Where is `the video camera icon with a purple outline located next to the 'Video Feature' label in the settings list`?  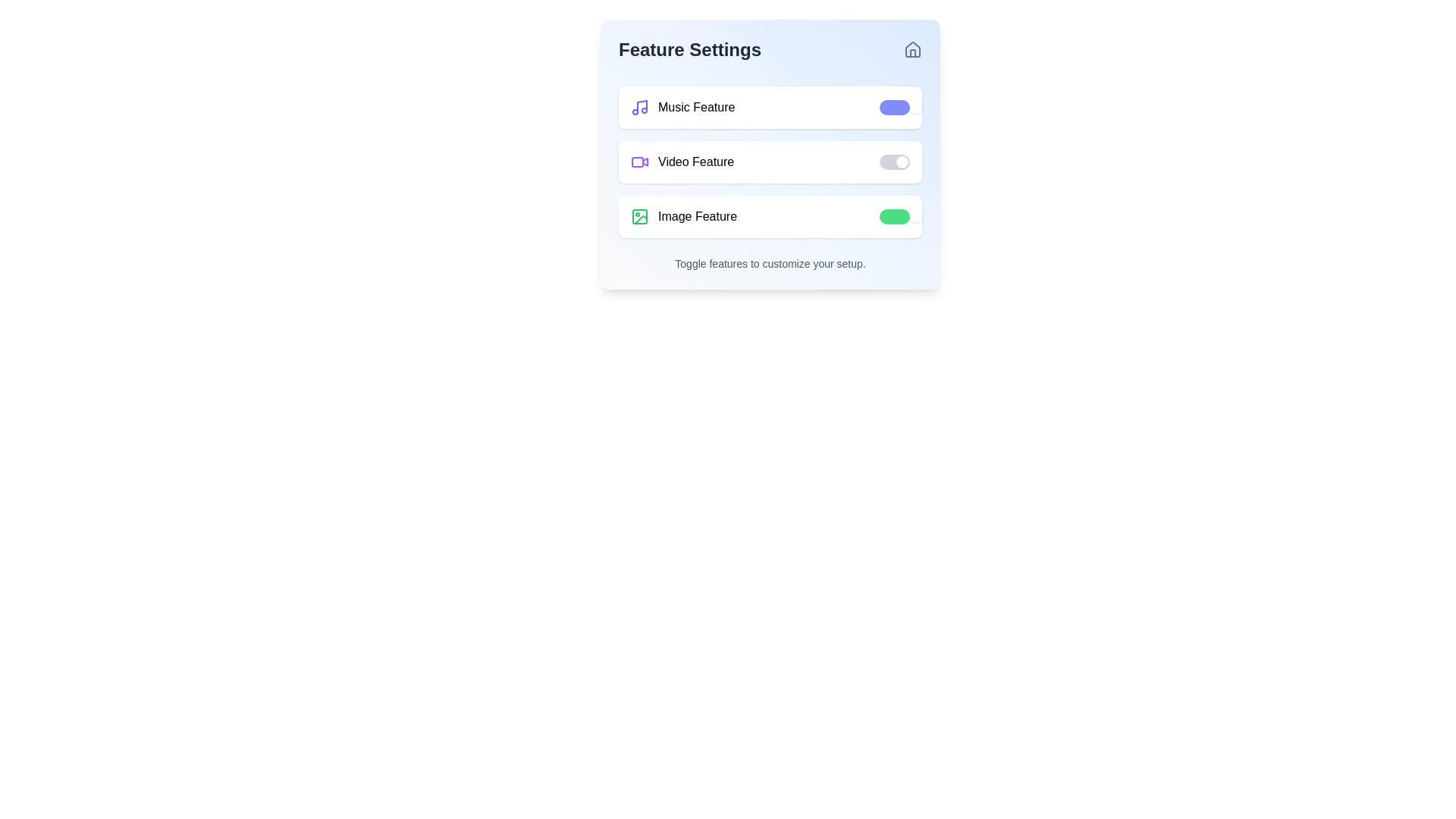 the video camera icon with a purple outline located next to the 'Video Feature' label in the settings list is located at coordinates (640, 162).